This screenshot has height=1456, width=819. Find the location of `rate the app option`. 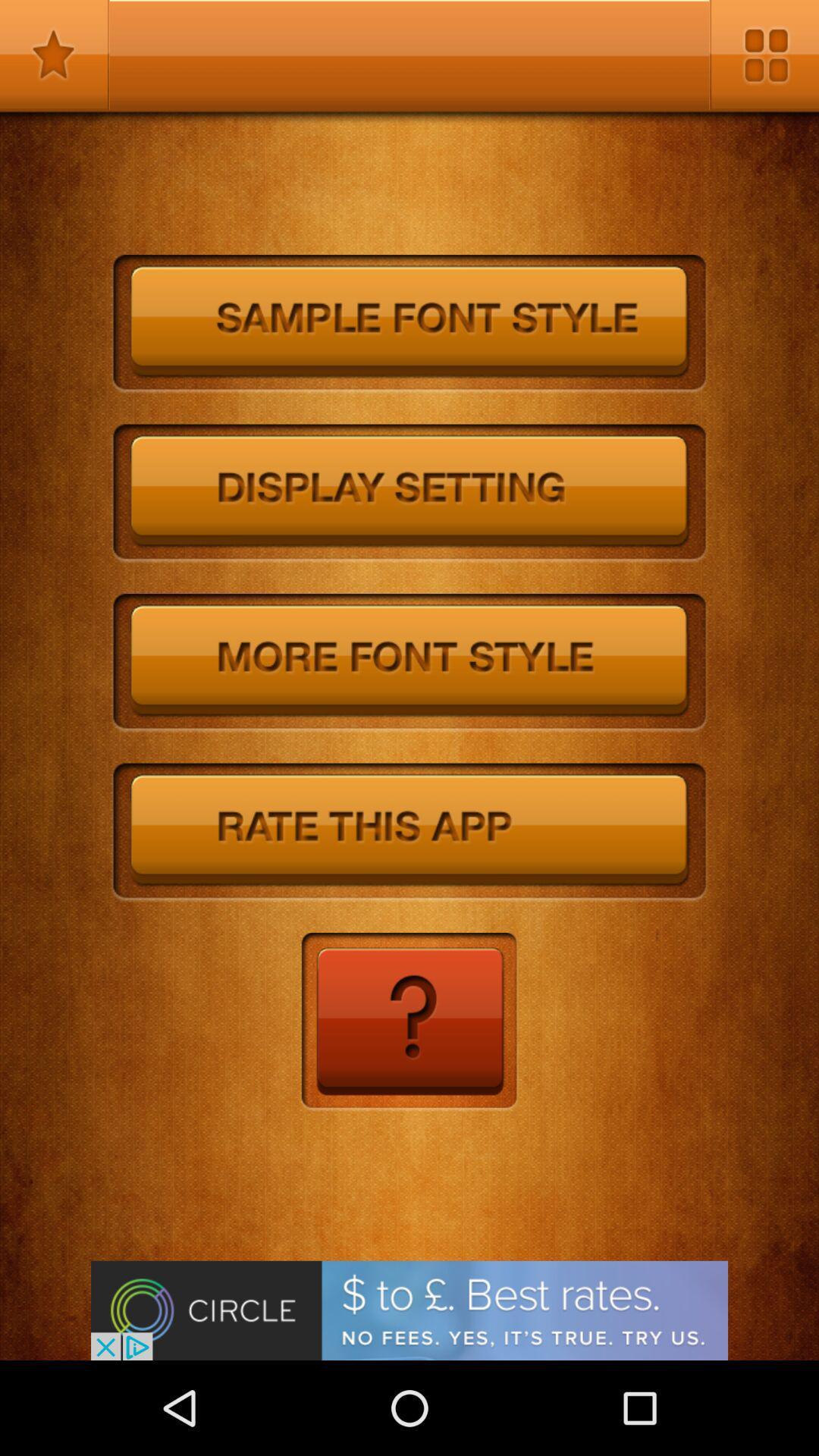

rate the app option is located at coordinates (409, 832).